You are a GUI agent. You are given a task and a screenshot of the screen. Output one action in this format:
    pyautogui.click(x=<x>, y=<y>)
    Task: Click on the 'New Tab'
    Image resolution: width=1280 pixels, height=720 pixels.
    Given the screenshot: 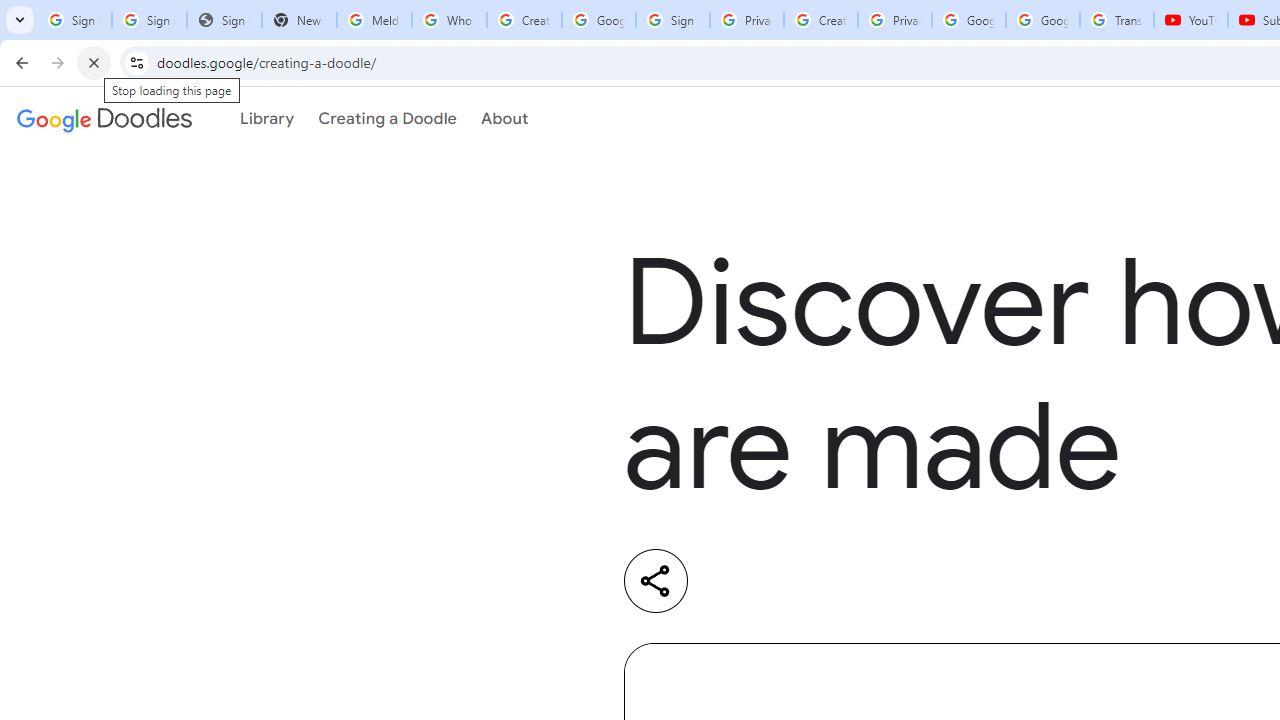 What is the action you would take?
    pyautogui.click(x=298, y=20)
    